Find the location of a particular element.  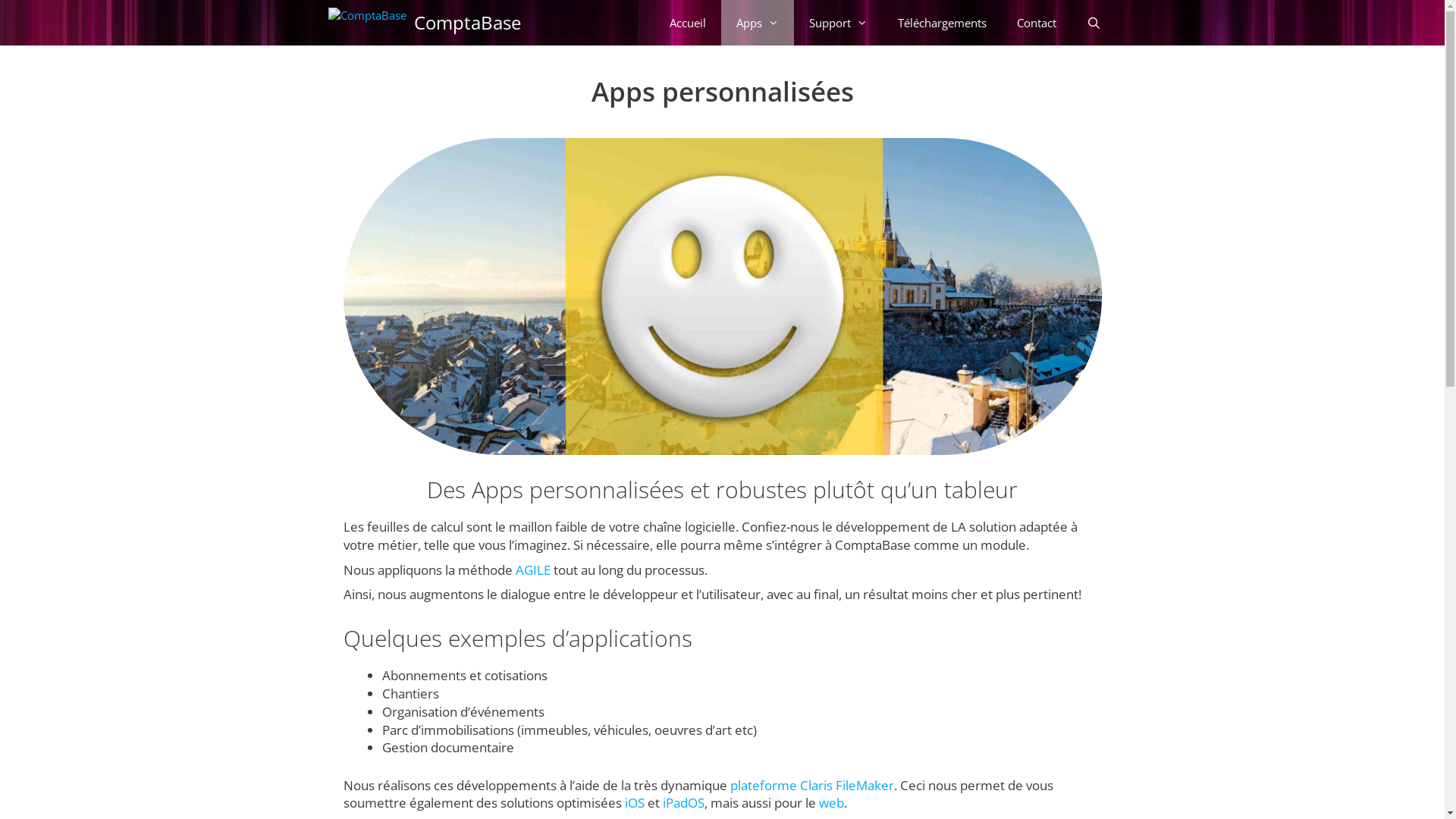

'iOS' is located at coordinates (625, 802).